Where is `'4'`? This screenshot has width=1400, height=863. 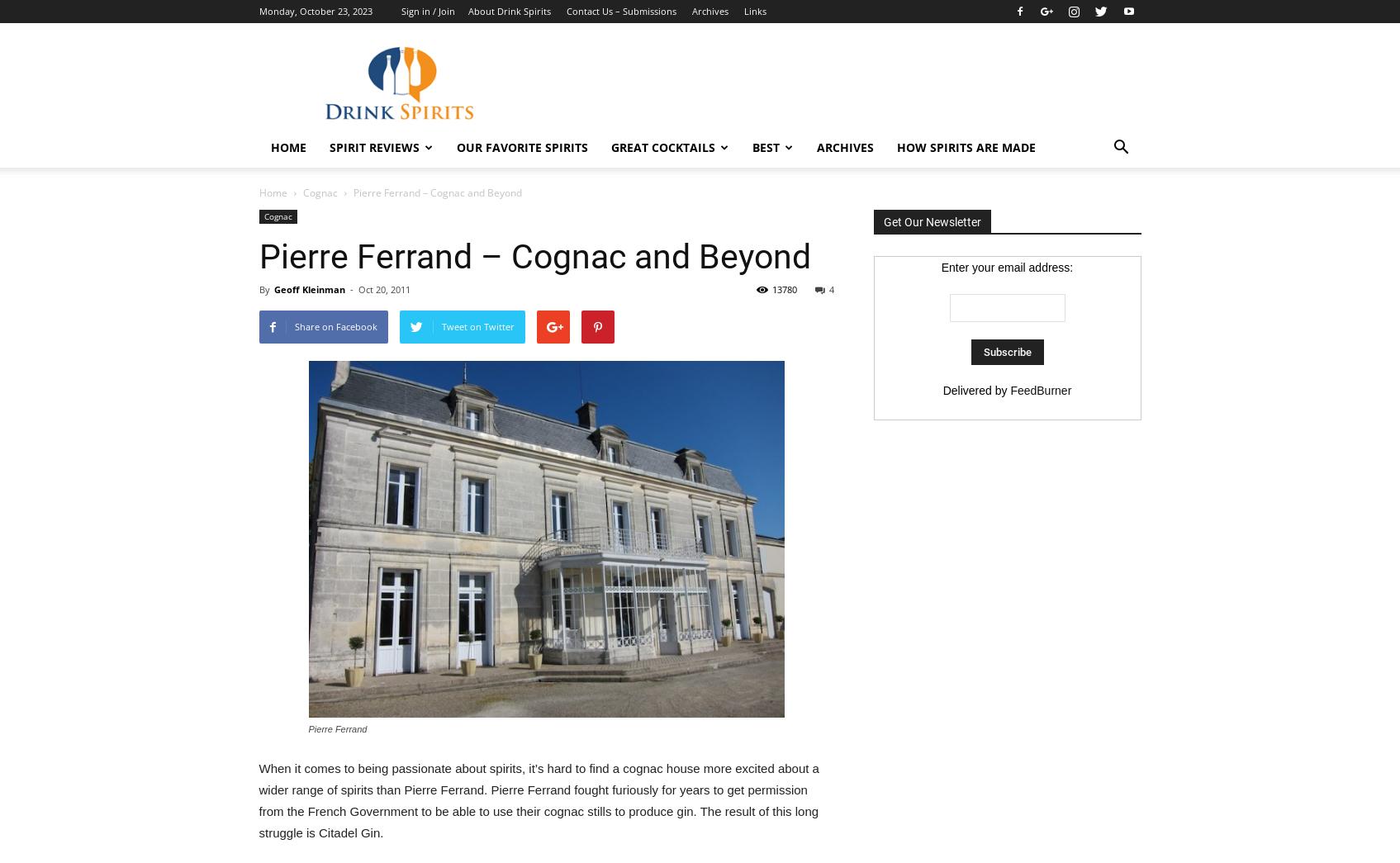 '4' is located at coordinates (827, 288).